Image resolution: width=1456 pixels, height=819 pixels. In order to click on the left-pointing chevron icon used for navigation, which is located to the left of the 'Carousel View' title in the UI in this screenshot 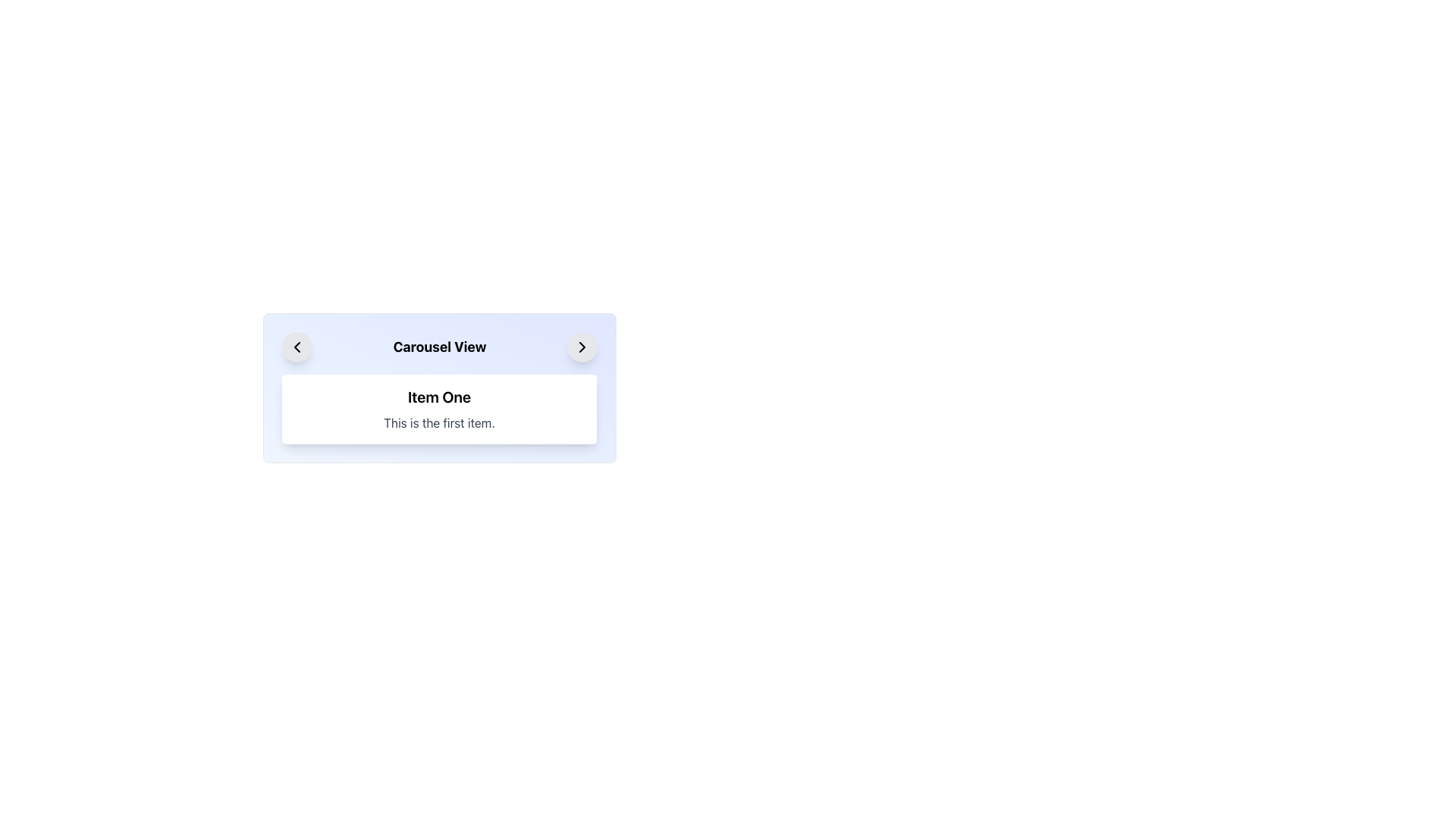, I will do `click(297, 347)`.